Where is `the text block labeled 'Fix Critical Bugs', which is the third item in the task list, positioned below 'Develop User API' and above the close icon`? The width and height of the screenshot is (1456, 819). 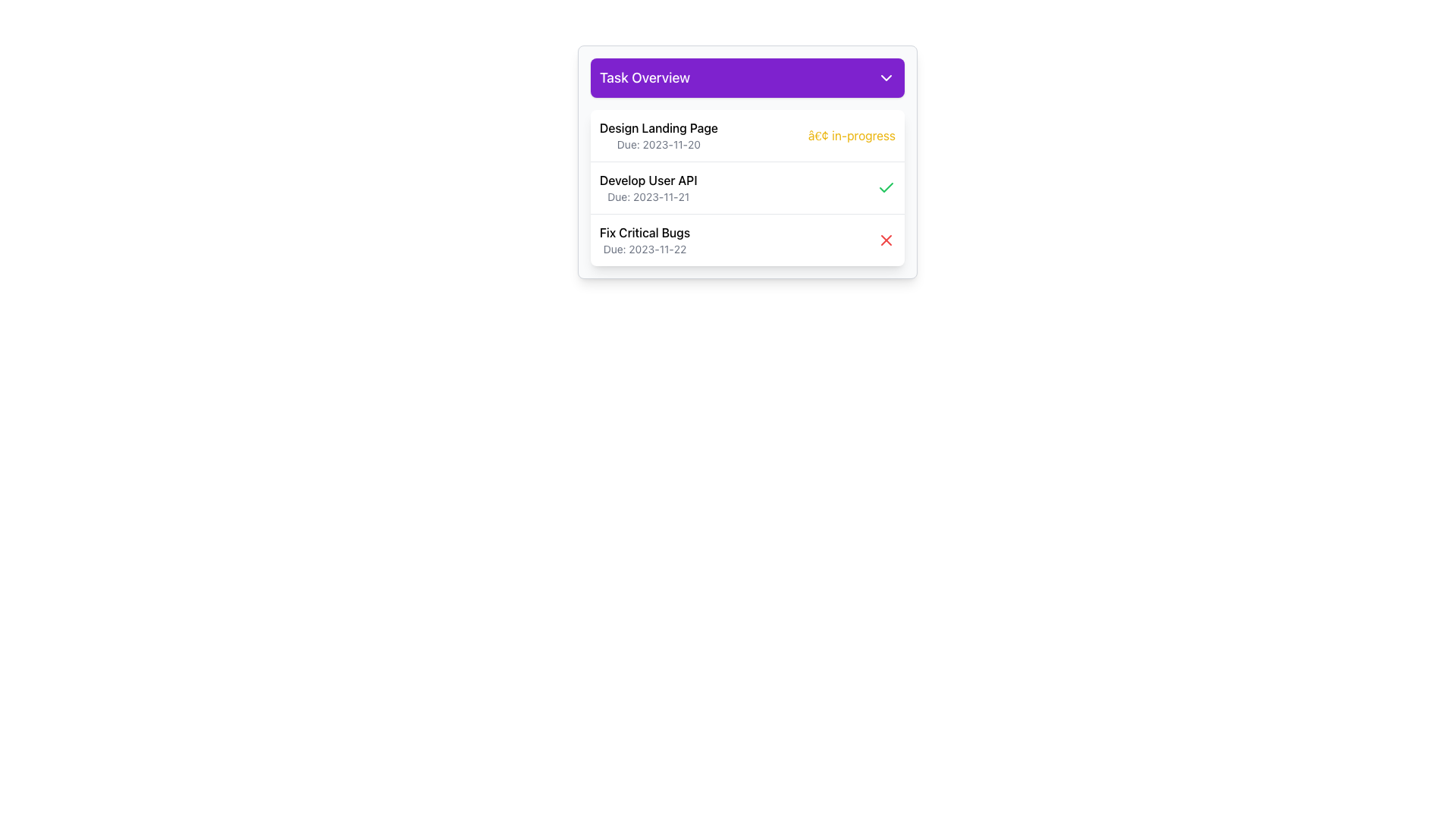 the text block labeled 'Fix Critical Bugs', which is the third item in the task list, positioned below 'Develop User API' and above the close icon is located at coordinates (645, 239).